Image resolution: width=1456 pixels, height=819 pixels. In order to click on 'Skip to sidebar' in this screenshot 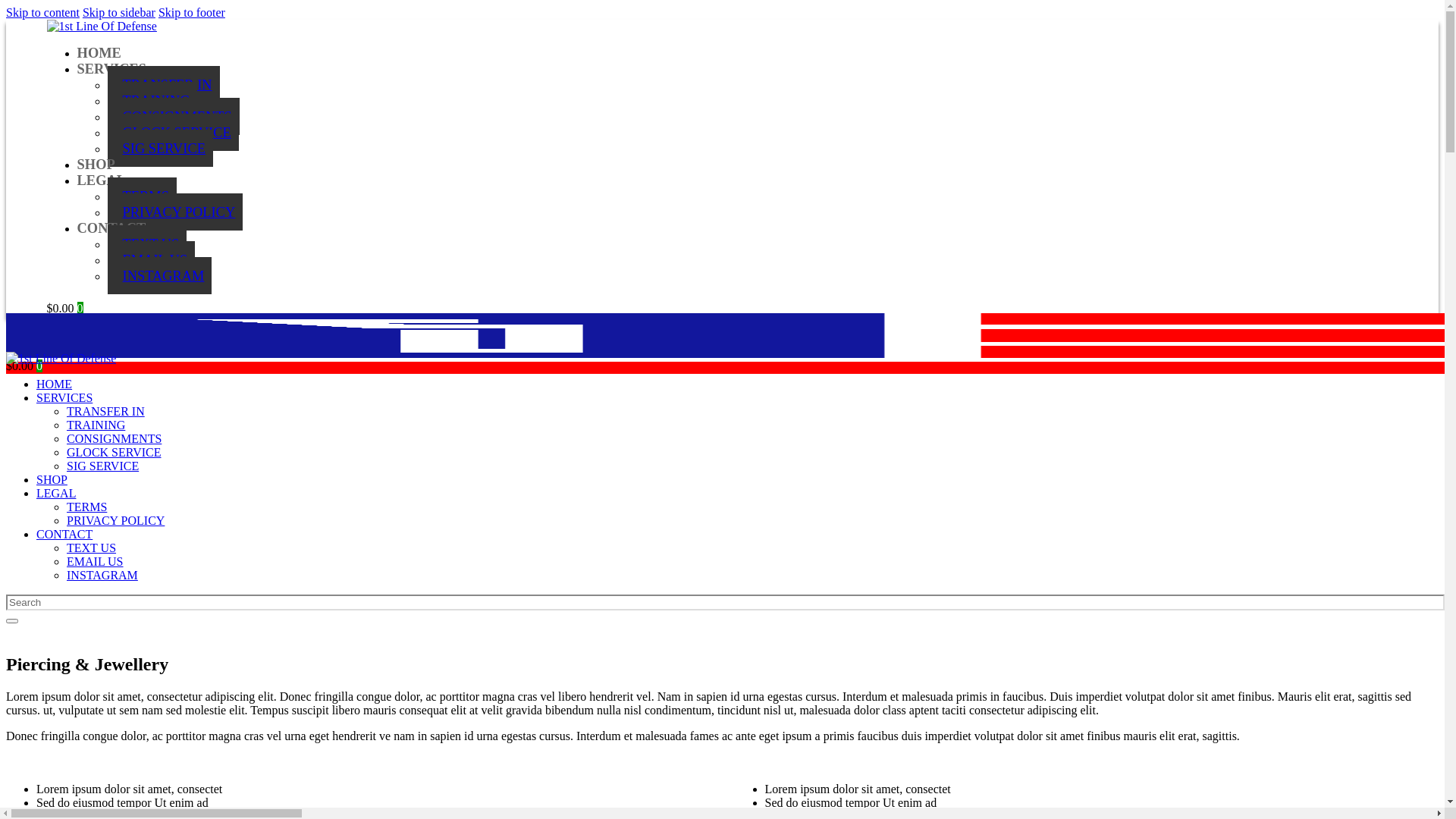, I will do `click(118, 12)`.